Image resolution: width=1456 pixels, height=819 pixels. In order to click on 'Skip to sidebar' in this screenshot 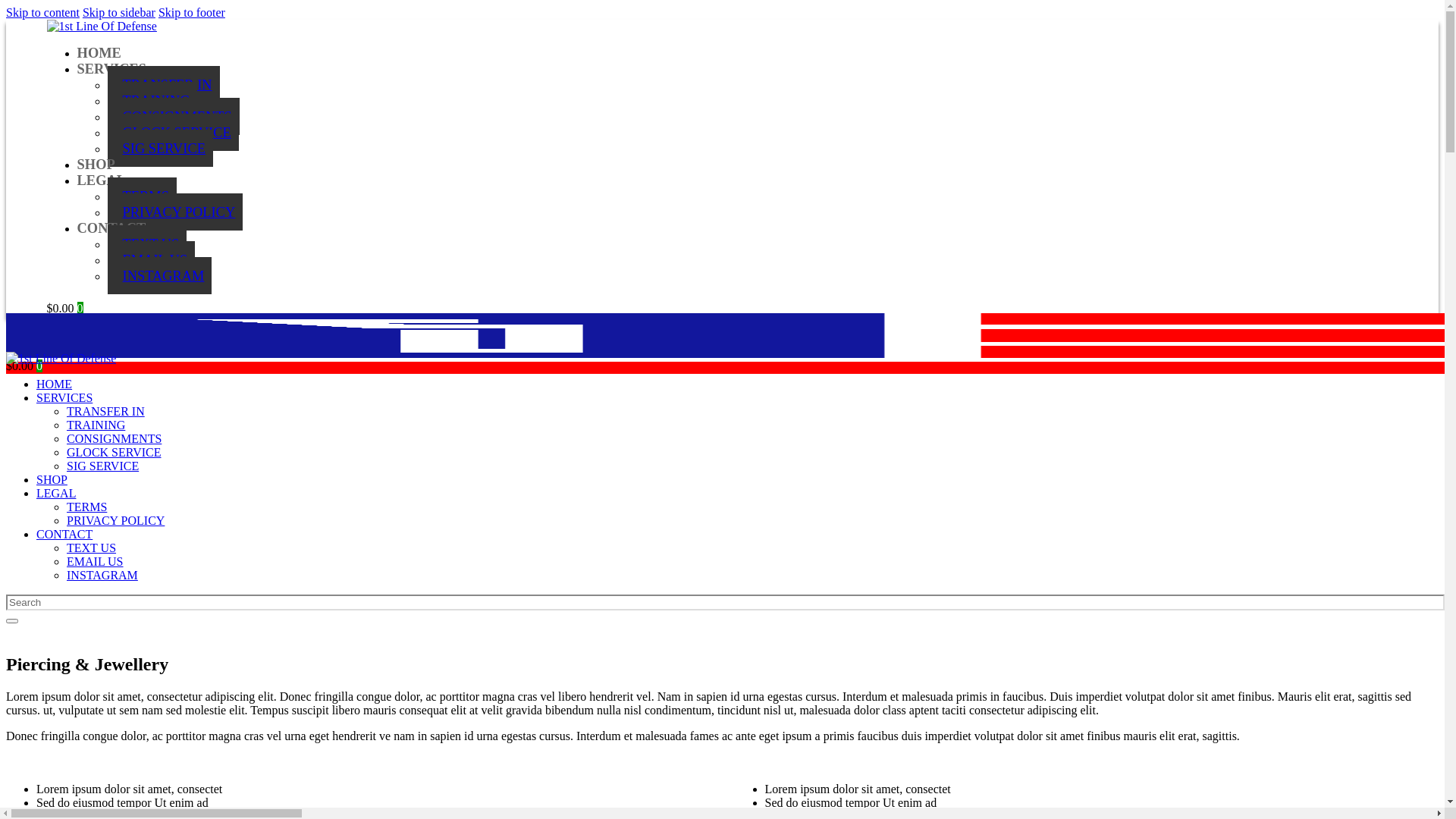, I will do `click(118, 12)`.